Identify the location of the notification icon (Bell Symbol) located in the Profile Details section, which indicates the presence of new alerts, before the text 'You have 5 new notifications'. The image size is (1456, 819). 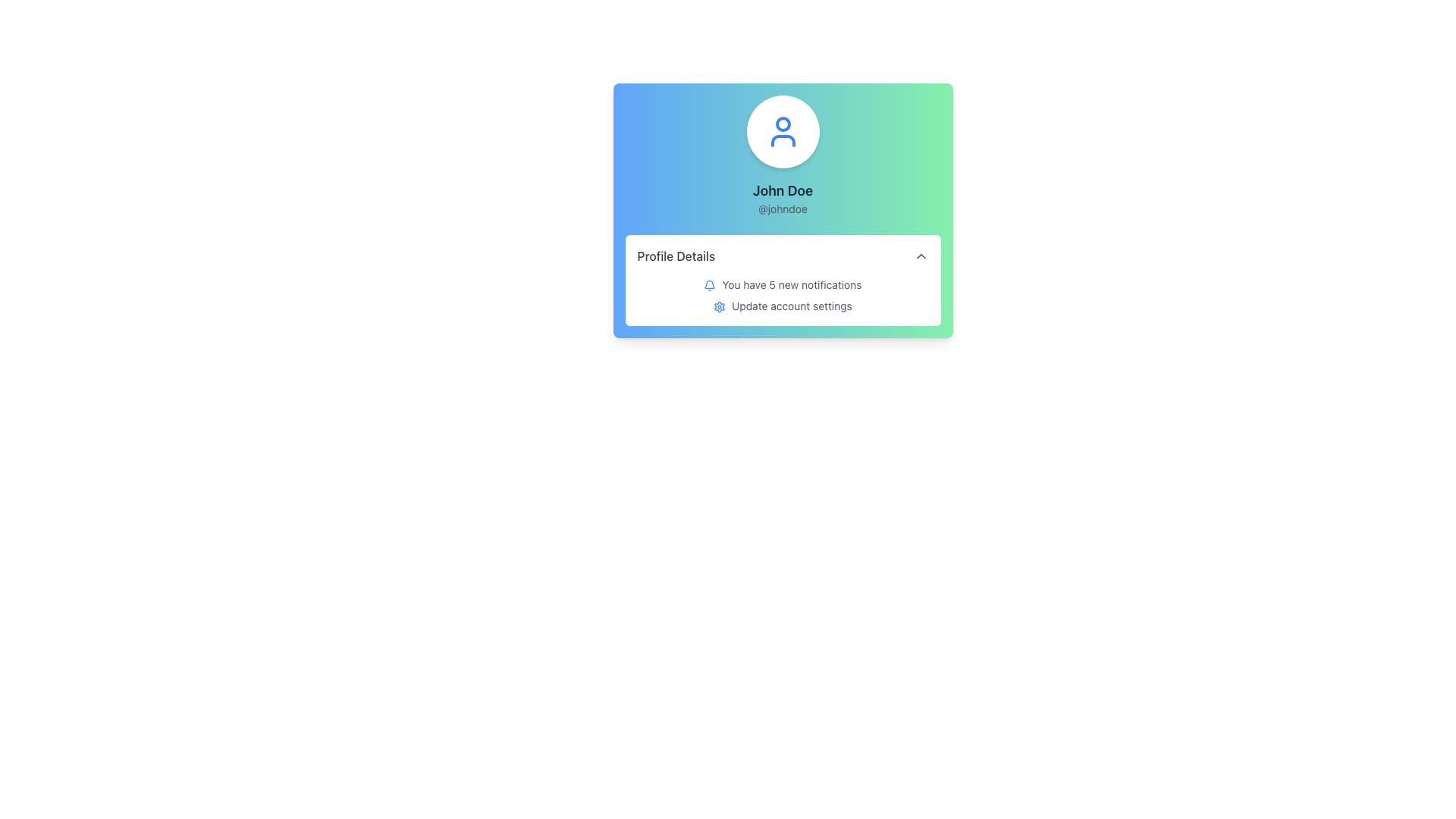
(709, 286).